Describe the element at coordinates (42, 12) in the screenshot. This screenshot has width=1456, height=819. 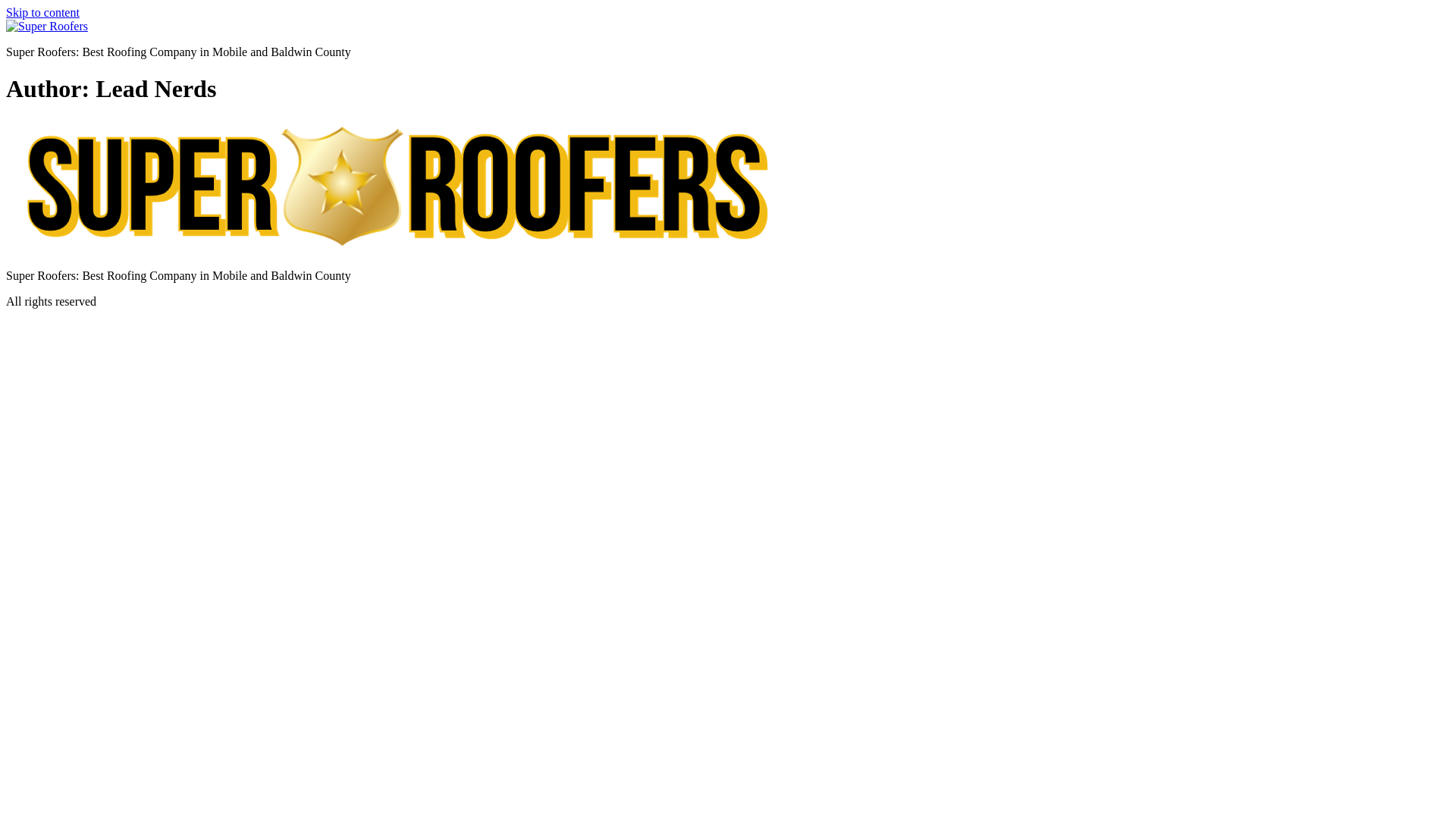
I see `'Skip to content'` at that location.